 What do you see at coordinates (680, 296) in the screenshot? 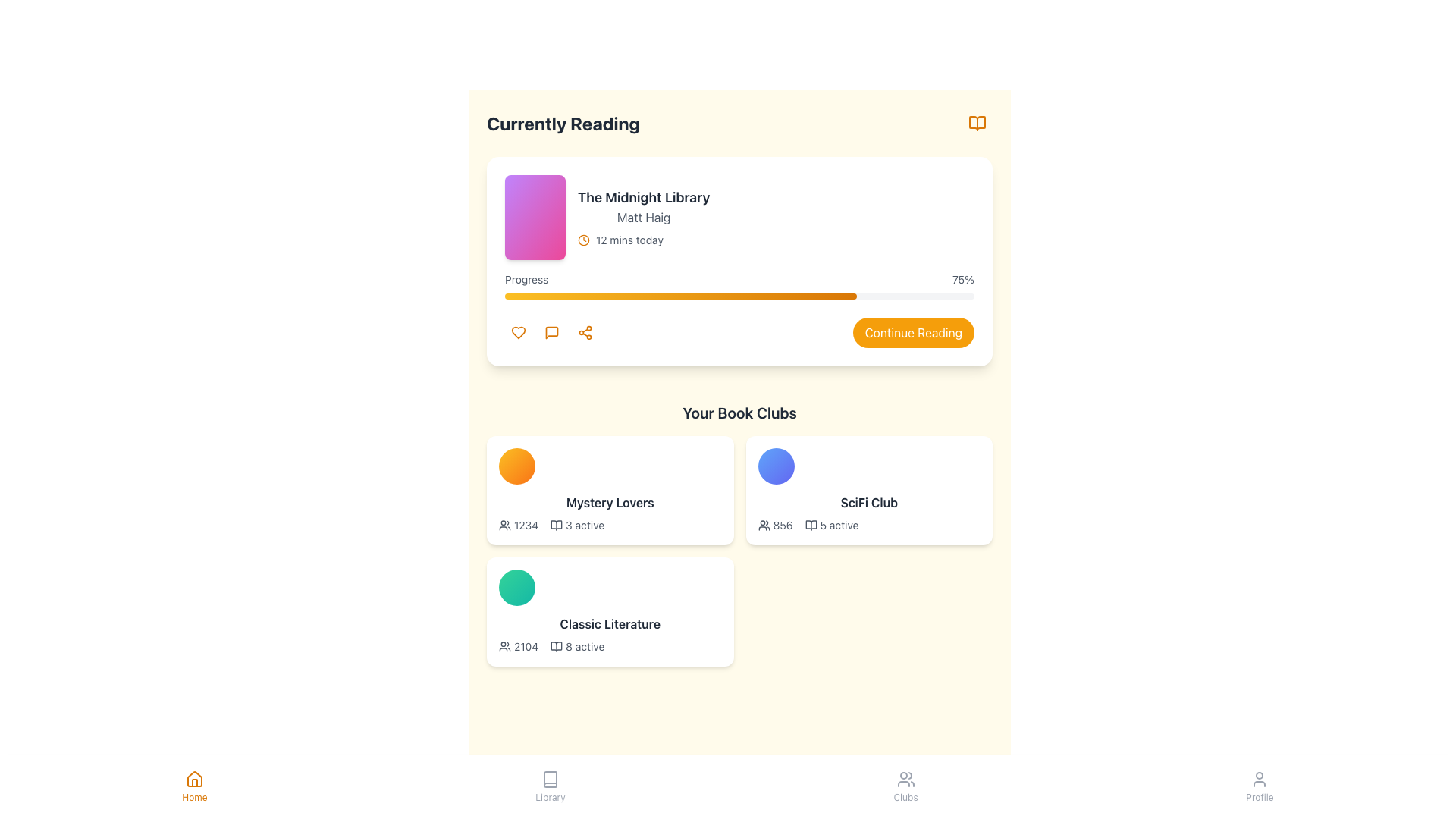
I see `the Progress Bar Indicator, which is filled to approximately 75% with a gradient color transition from amber to orange, located in the 'Currently Reading' section just below the book details` at bounding box center [680, 296].